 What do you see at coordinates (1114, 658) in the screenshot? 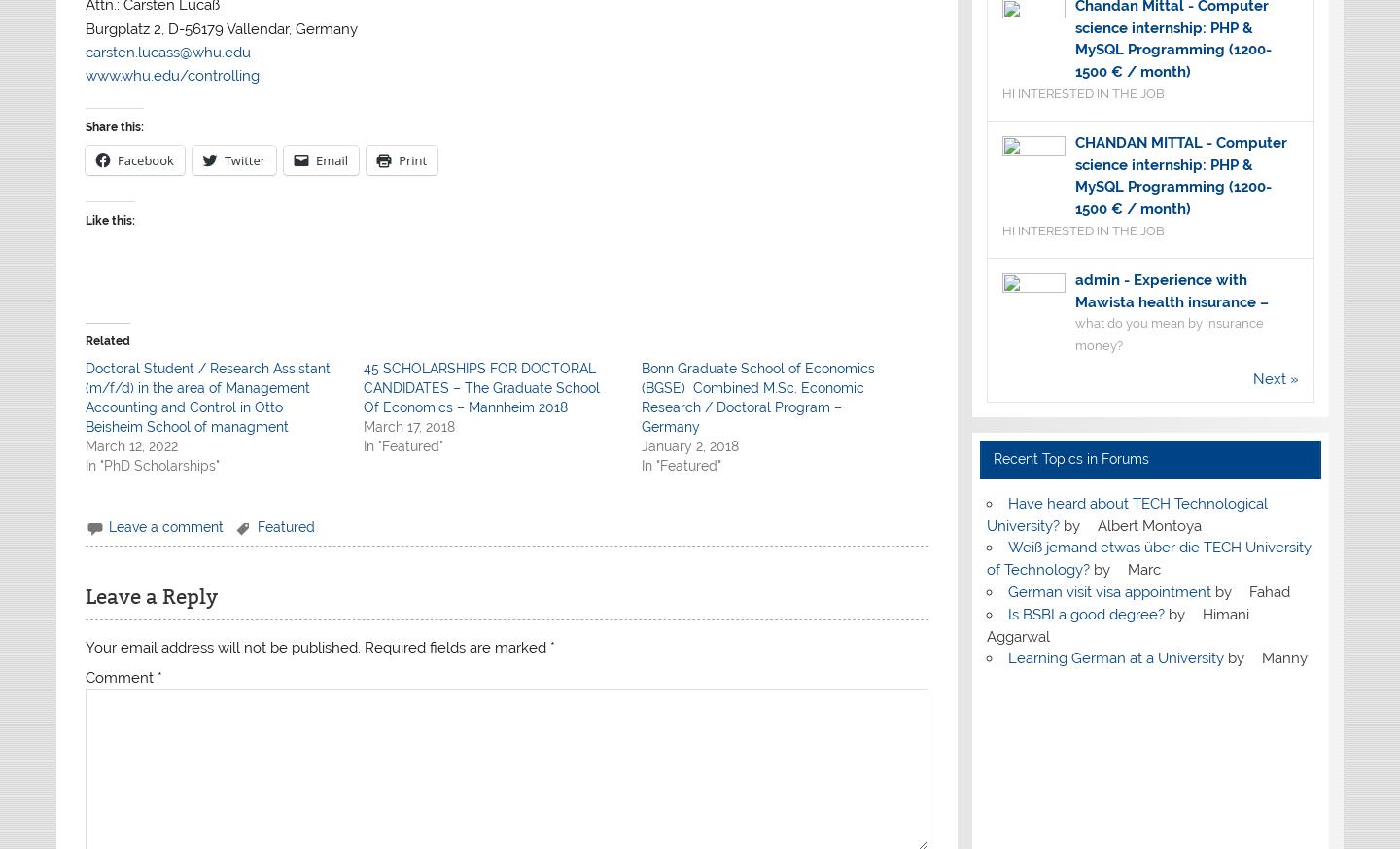
I see `'Learning German at a University'` at bounding box center [1114, 658].